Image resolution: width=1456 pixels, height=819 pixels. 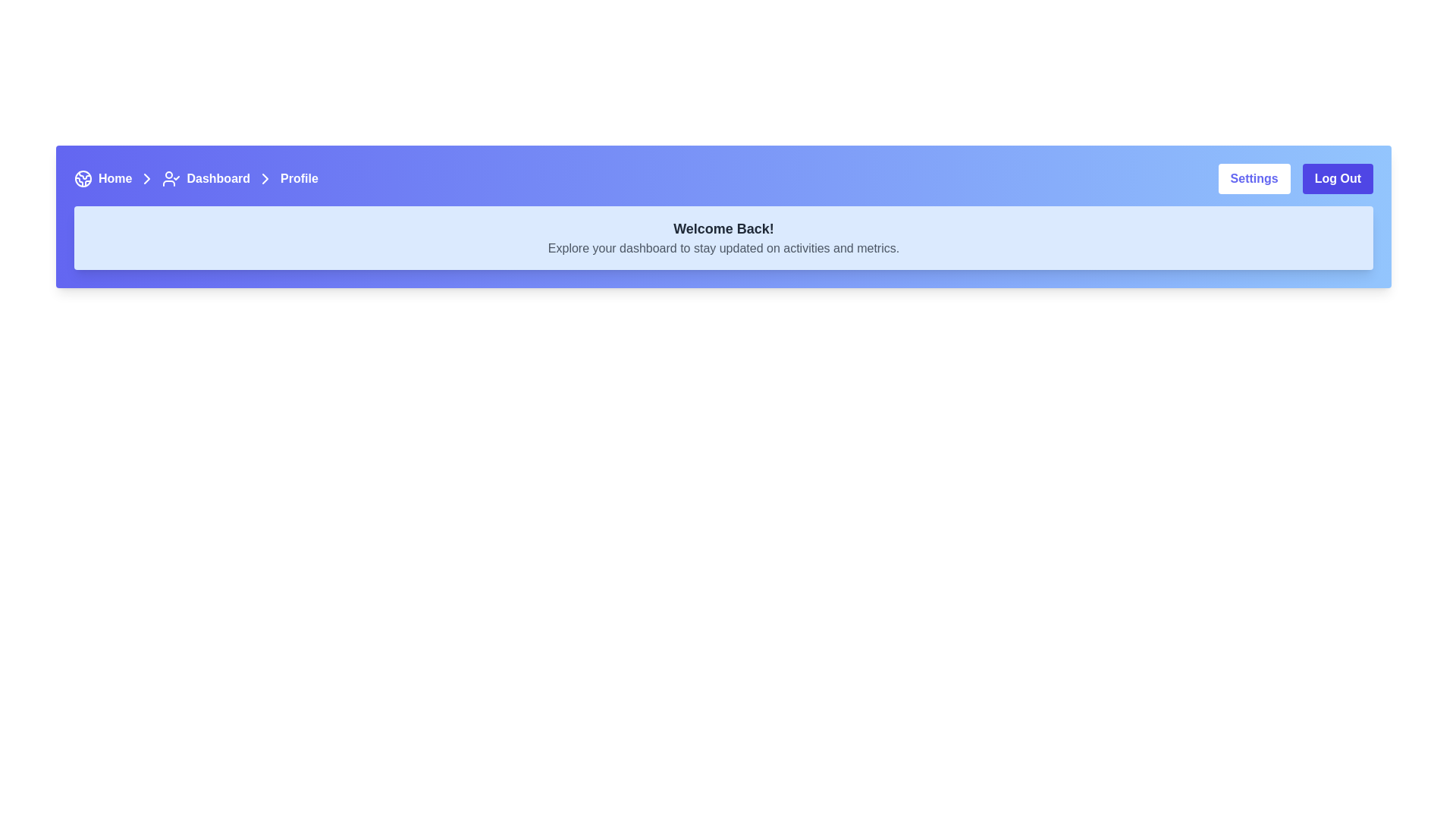 What do you see at coordinates (195, 177) in the screenshot?
I see `the breadcrumb link labeled 'Dashboard'` at bounding box center [195, 177].